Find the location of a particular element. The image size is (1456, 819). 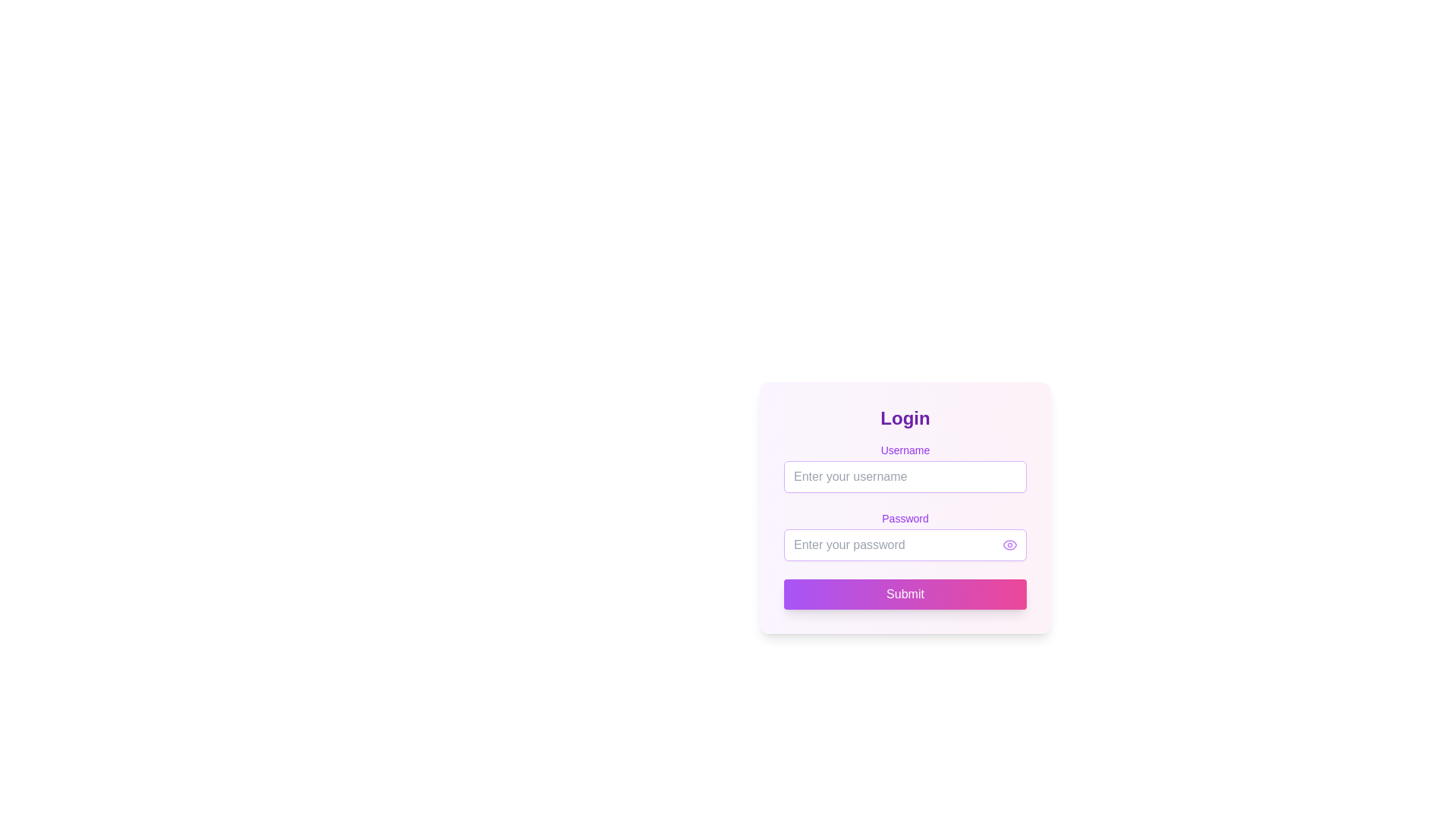

the bold, purple 'Login' text label at the top of the login form interface is located at coordinates (905, 418).